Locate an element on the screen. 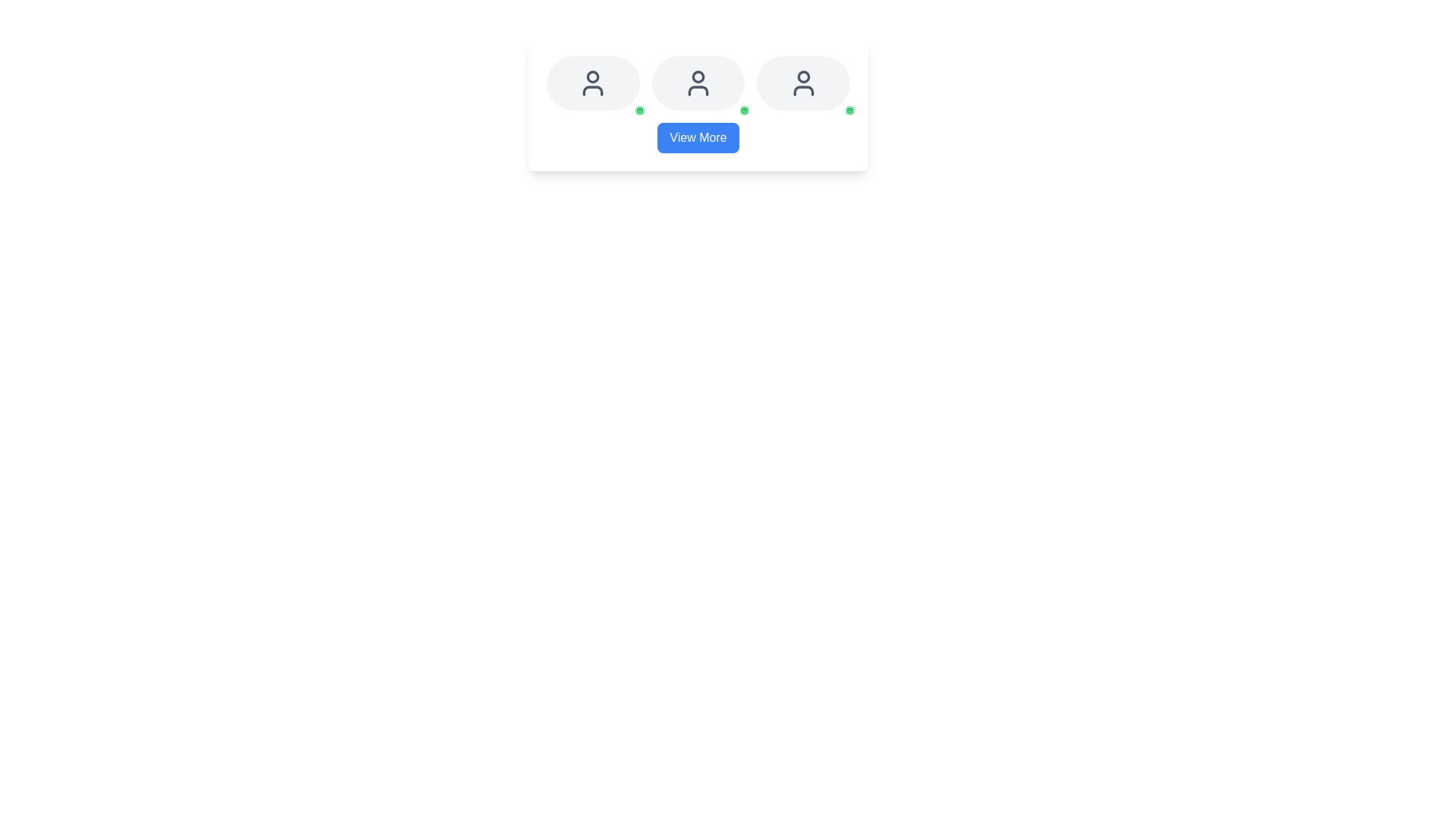 The height and width of the screenshot is (819, 1456). the circular graphical component that represents the head of the first user icon in a row of three icons within a card-like component is located at coordinates (592, 77).